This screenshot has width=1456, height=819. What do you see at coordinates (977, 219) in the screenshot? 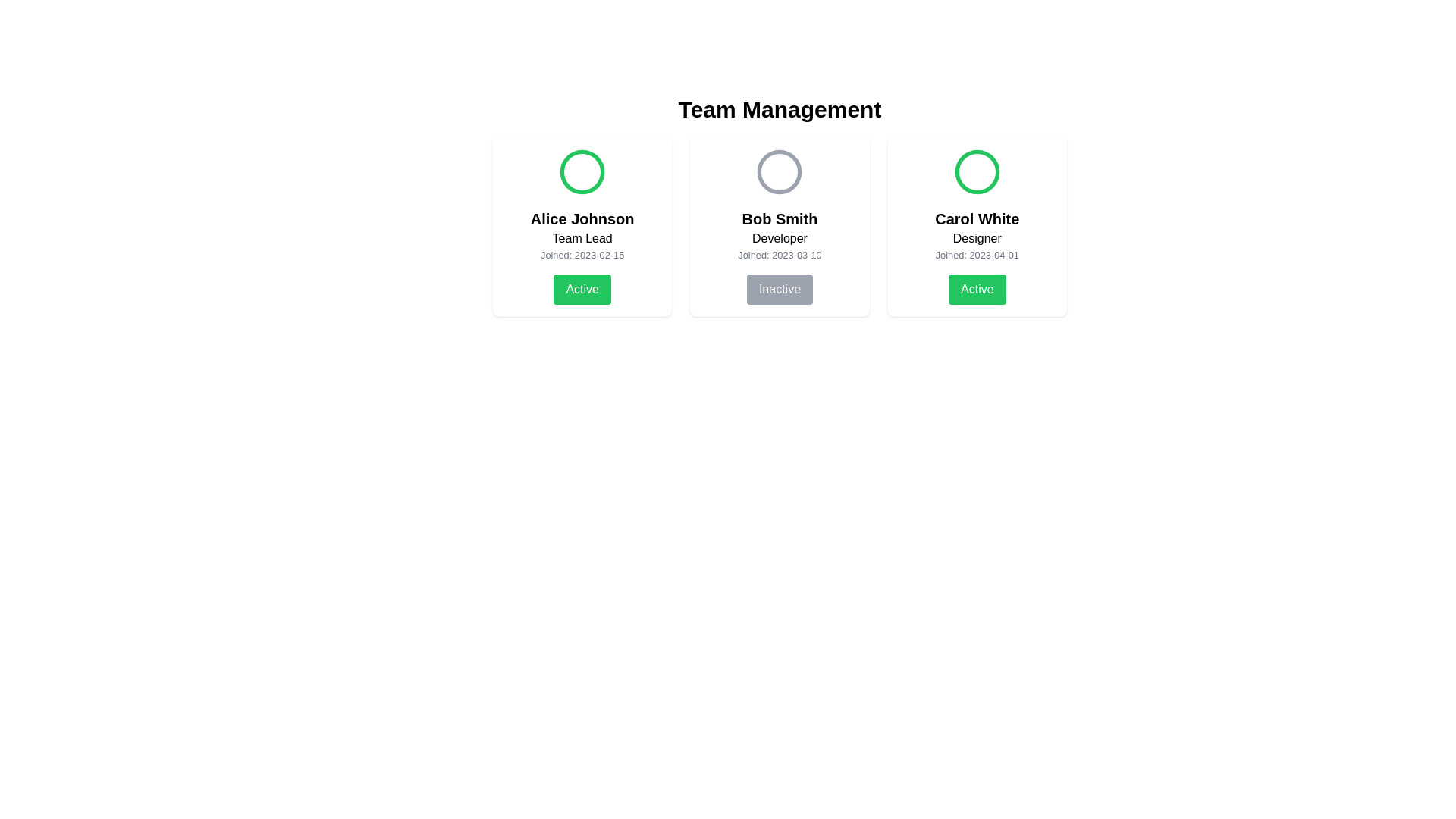
I see `the text label displaying the name 'Carol White', which is styled in a bold font and located at the center of the third user information card, above the role title 'Designer'` at bounding box center [977, 219].